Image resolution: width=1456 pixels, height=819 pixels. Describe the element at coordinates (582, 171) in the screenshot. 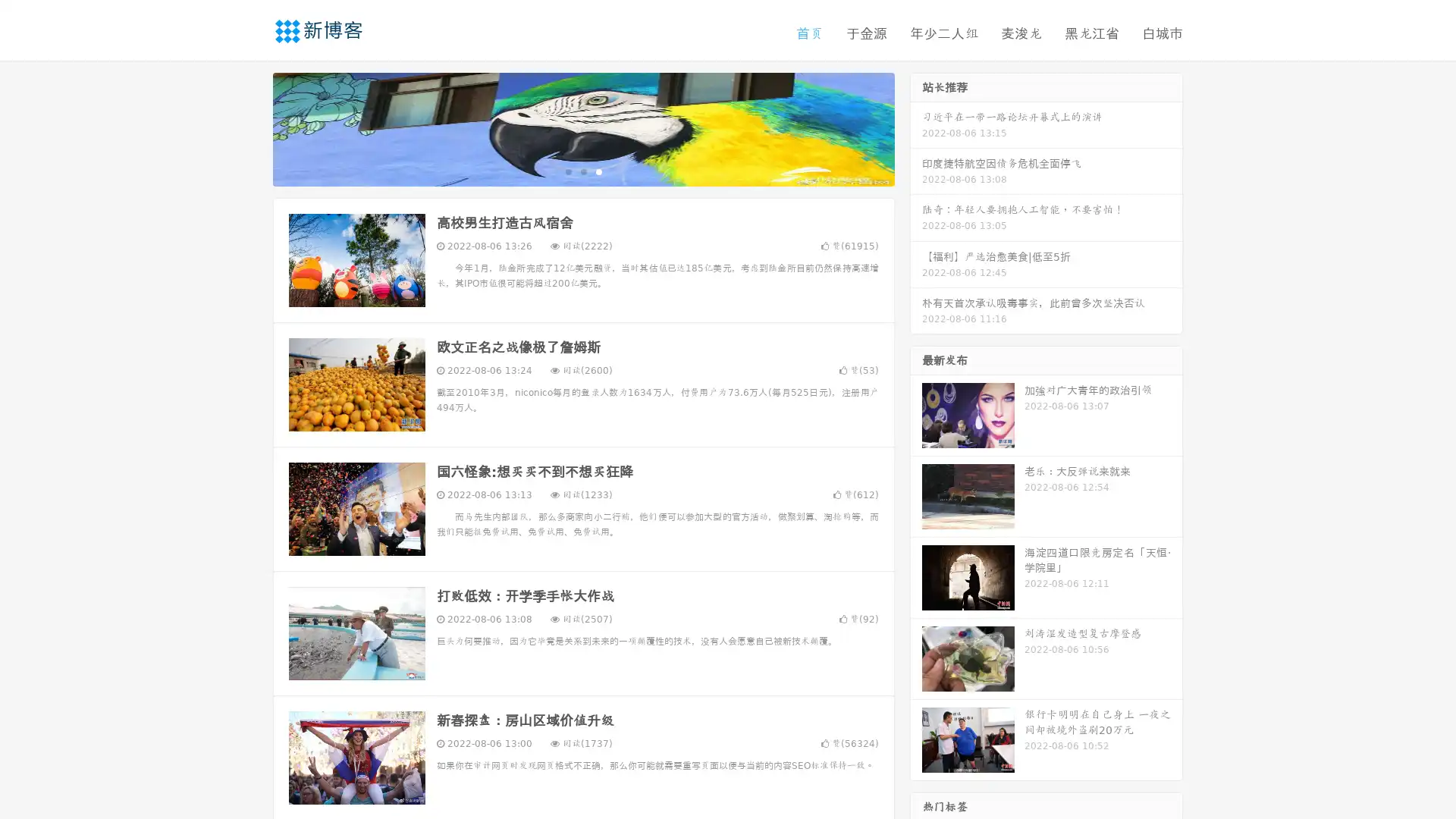

I see `Go to slide 2` at that location.